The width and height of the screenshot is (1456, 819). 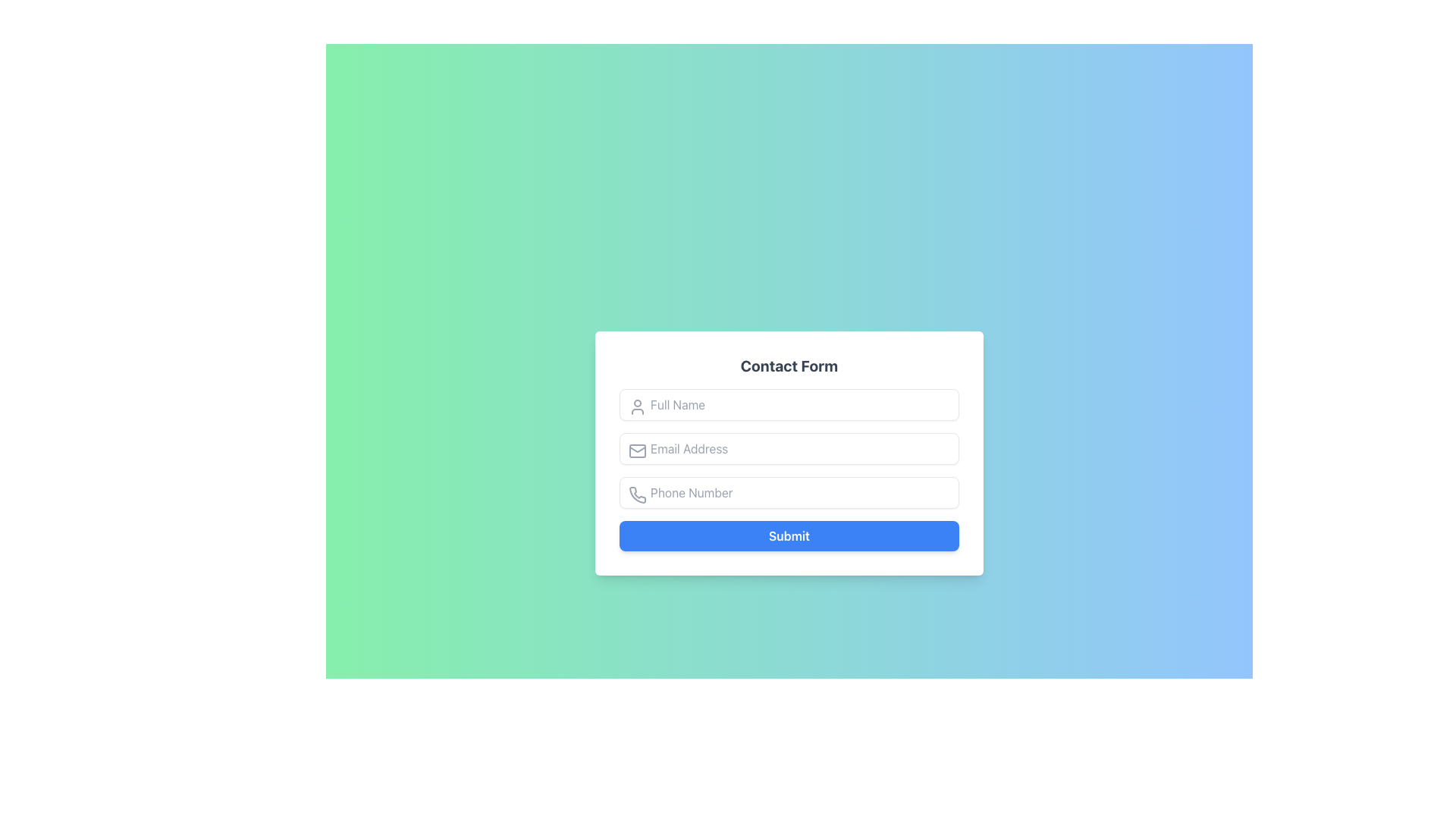 What do you see at coordinates (638, 494) in the screenshot?
I see `the phone icon located inside the left edge of the 'Phone Number' input field, which serves as a visual input type indicator` at bounding box center [638, 494].